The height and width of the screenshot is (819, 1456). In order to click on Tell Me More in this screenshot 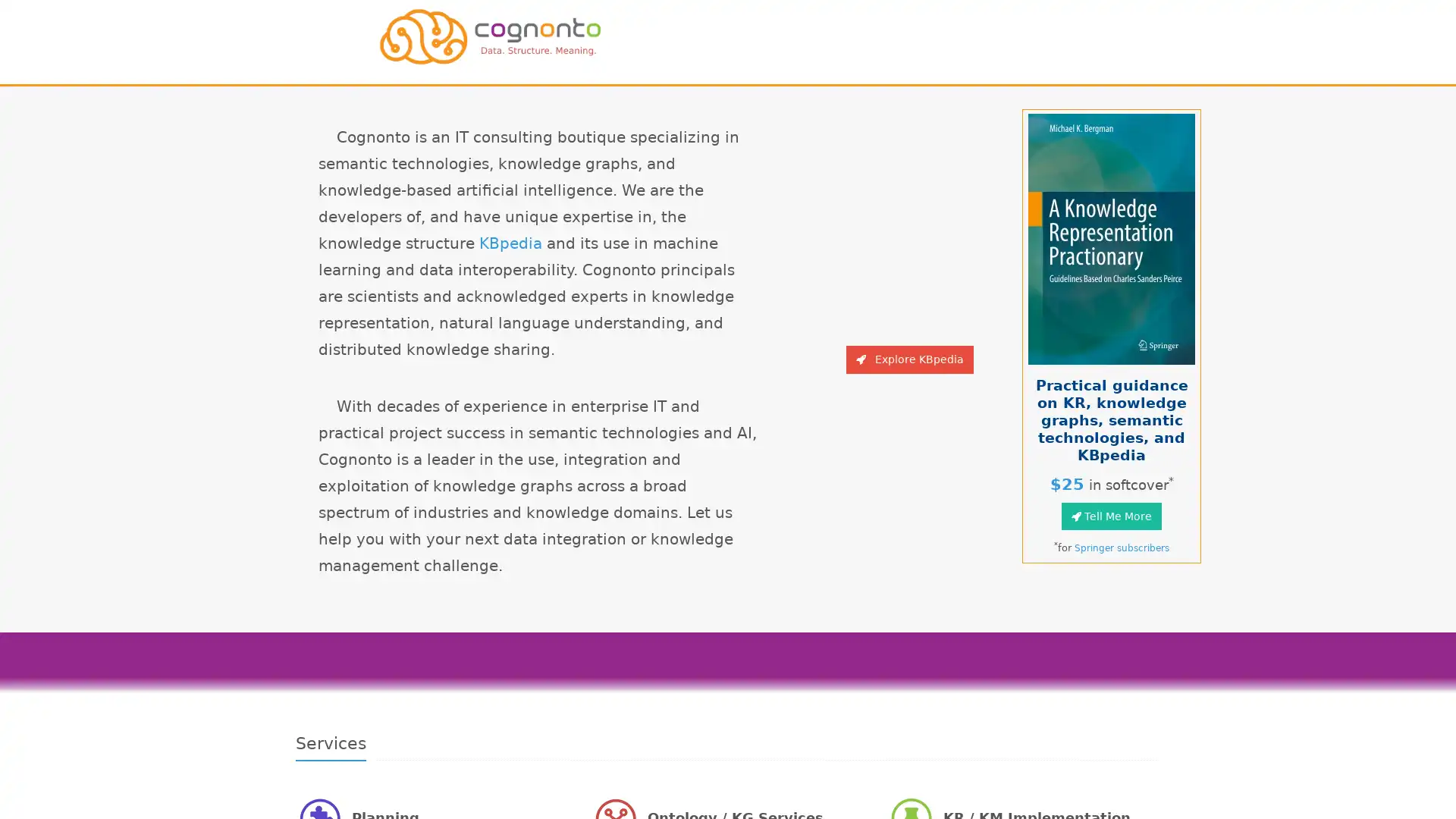, I will do `click(1111, 515)`.